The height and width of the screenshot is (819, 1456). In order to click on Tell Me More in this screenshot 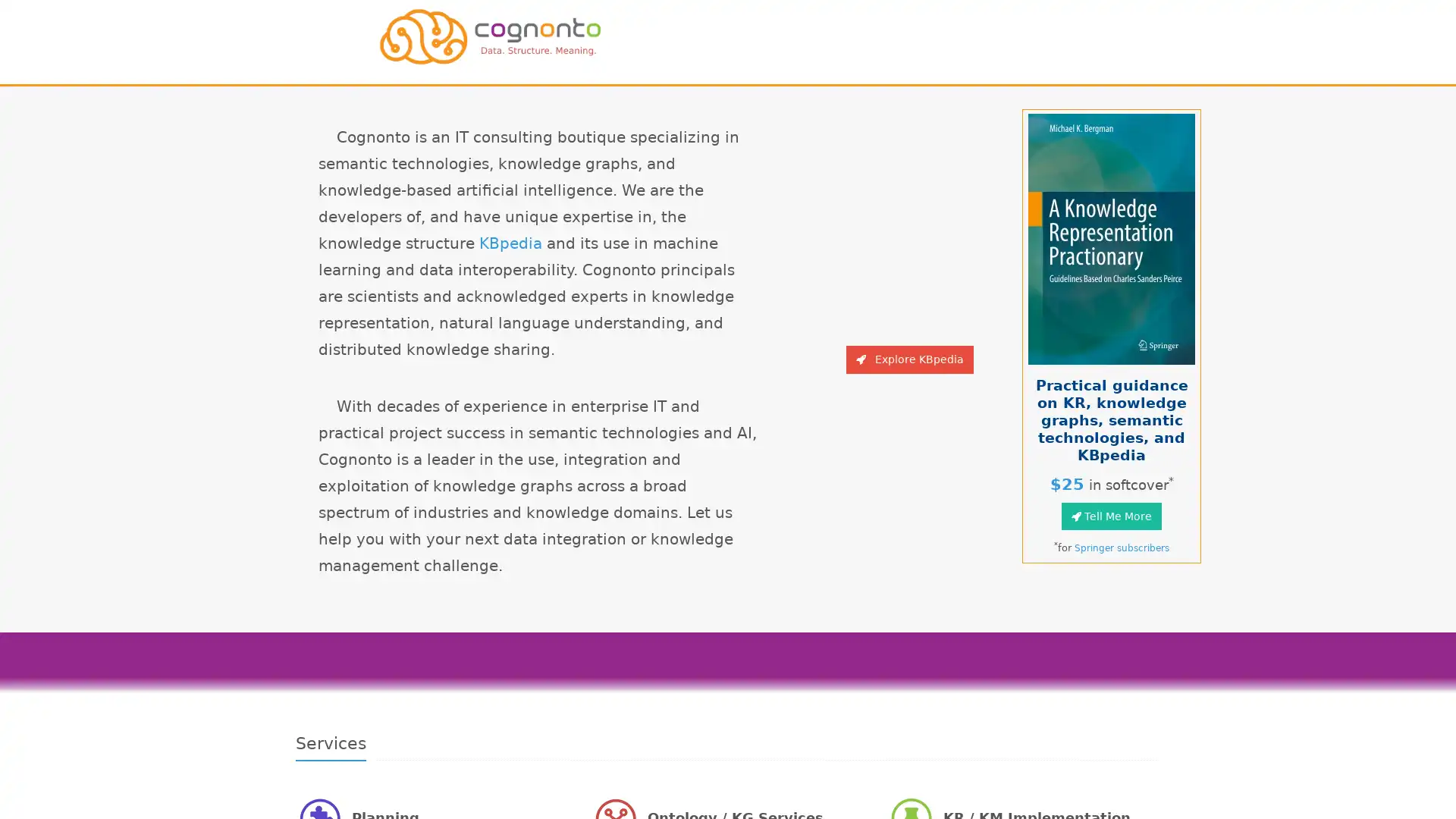, I will do `click(1111, 515)`.